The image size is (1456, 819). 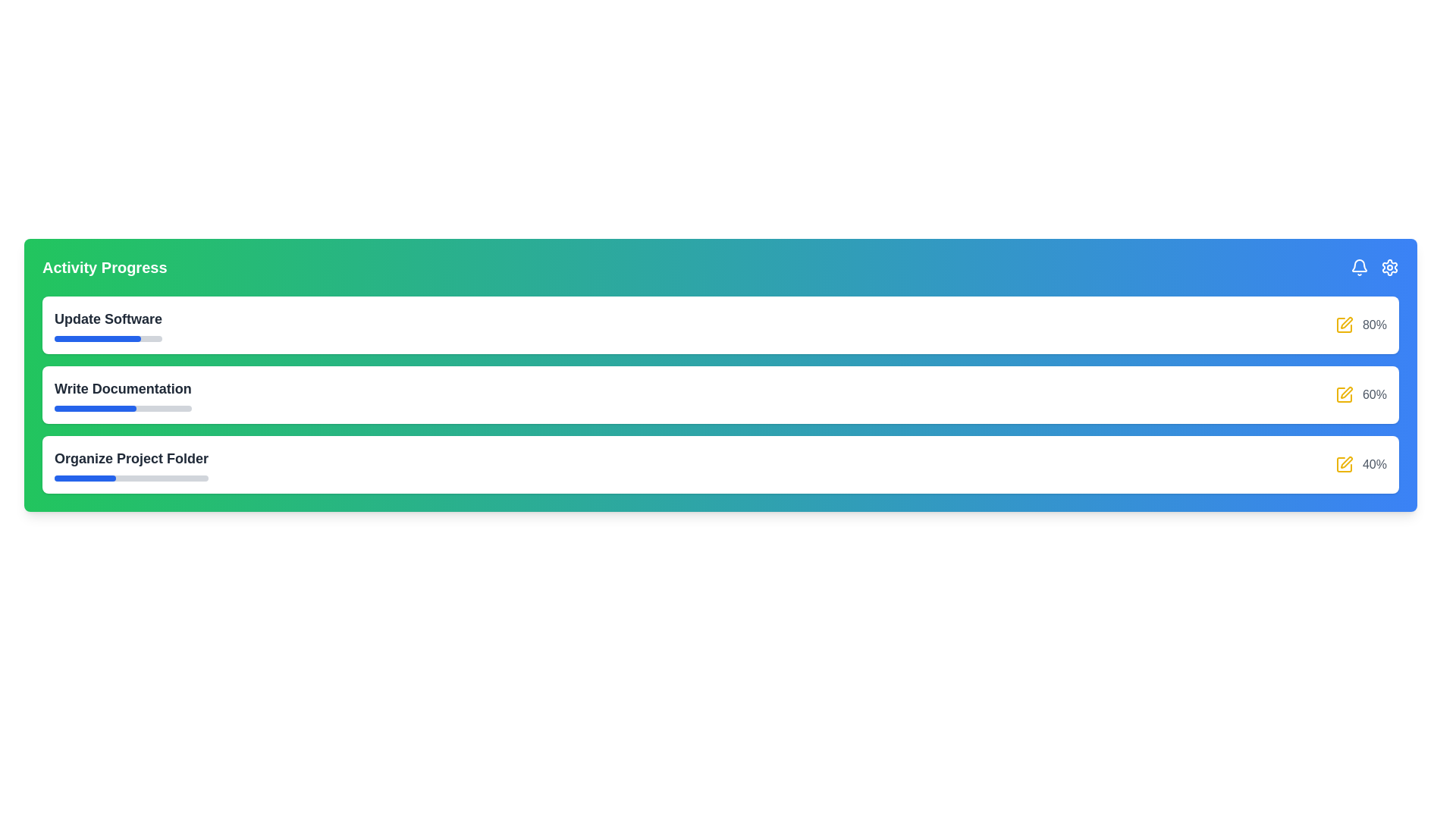 What do you see at coordinates (1361, 394) in the screenshot?
I see `the '60%' text element, which is styled in gray and is located on the far right side of the 'Write Documentation' task card` at bounding box center [1361, 394].